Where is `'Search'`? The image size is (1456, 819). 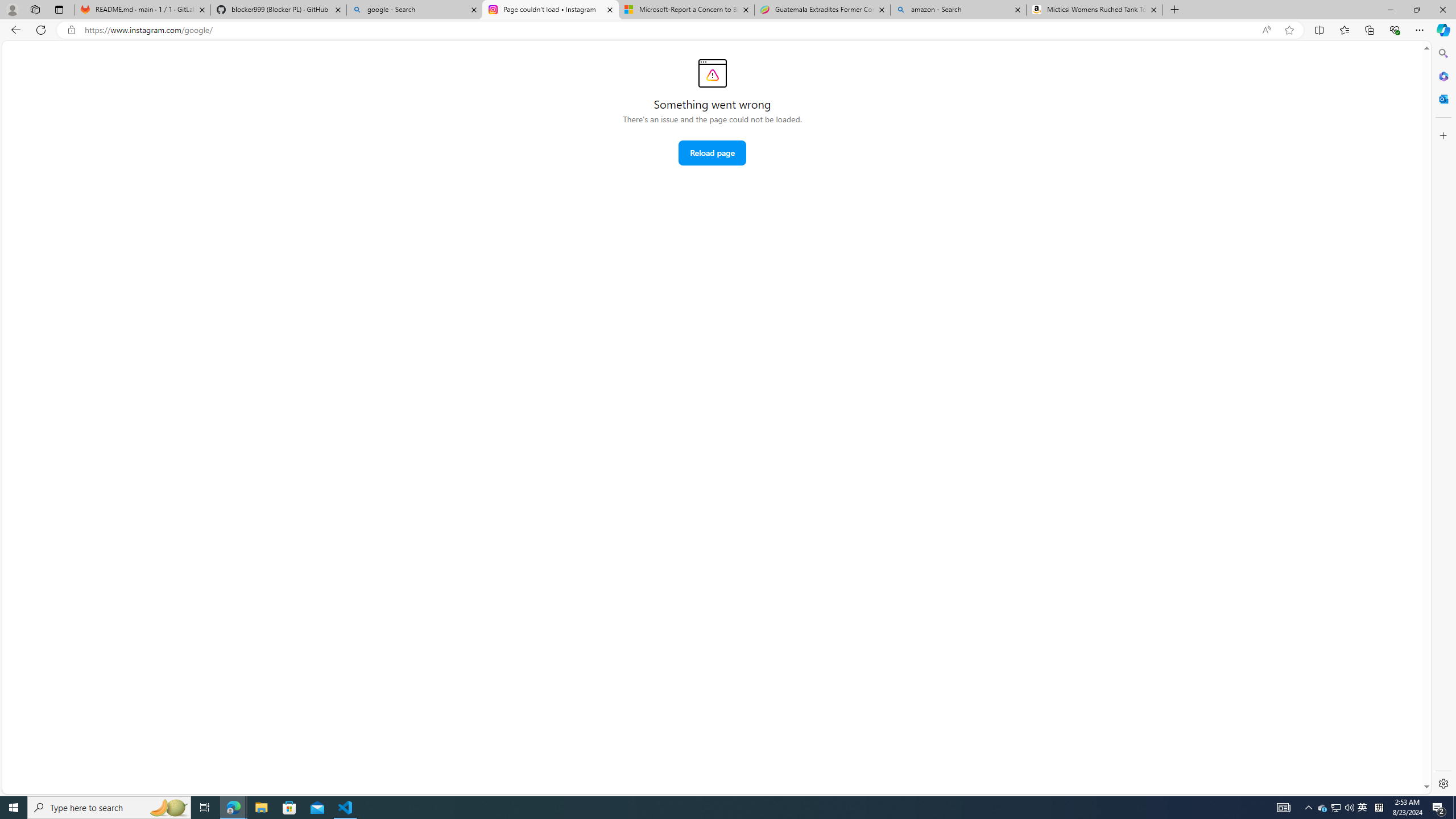
'Search' is located at coordinates (1442, 53).